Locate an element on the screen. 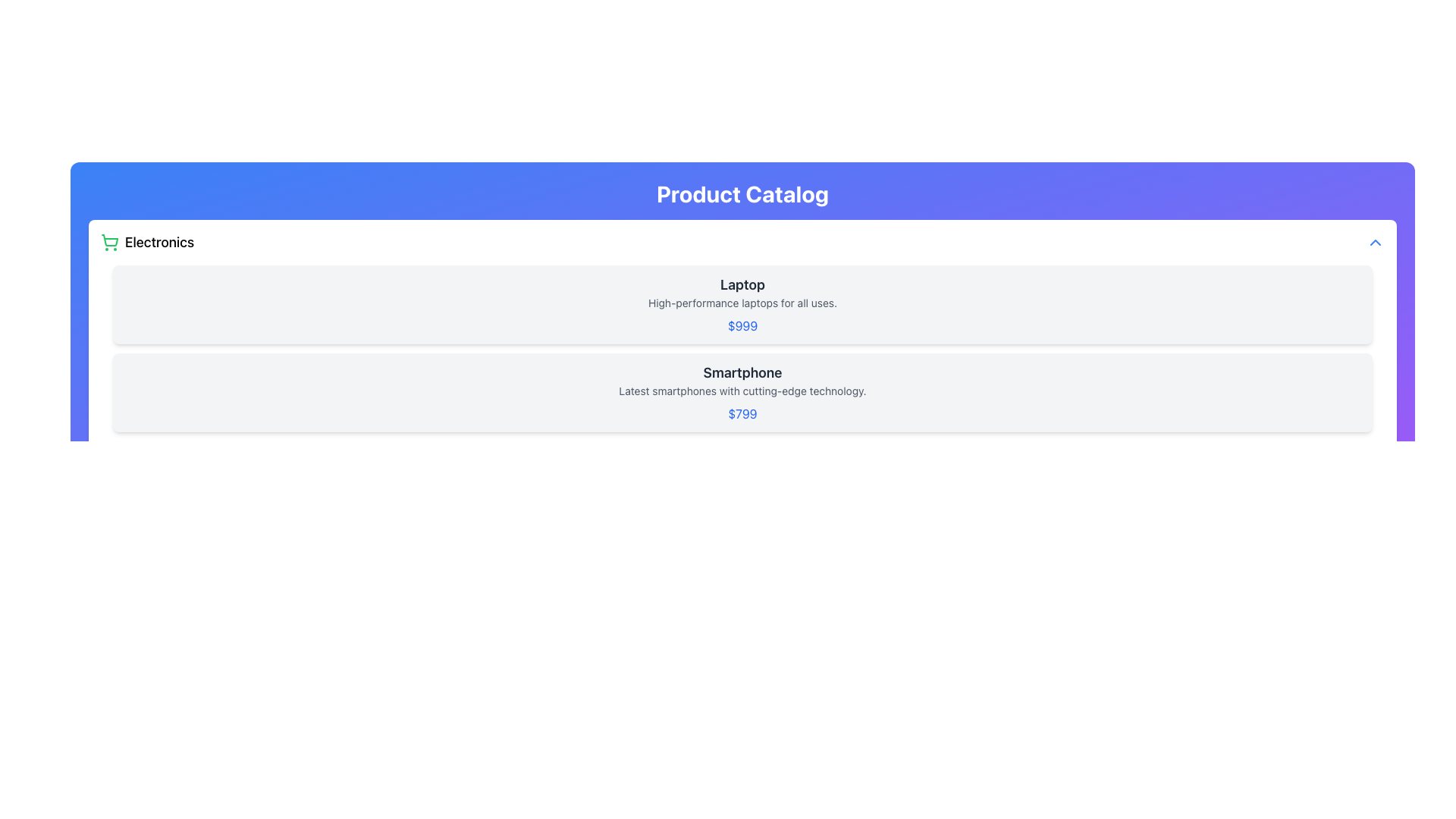  text content of the Text Label that serves as the title for the product within the upper part of the main content area is located at coordinates (742, 284).